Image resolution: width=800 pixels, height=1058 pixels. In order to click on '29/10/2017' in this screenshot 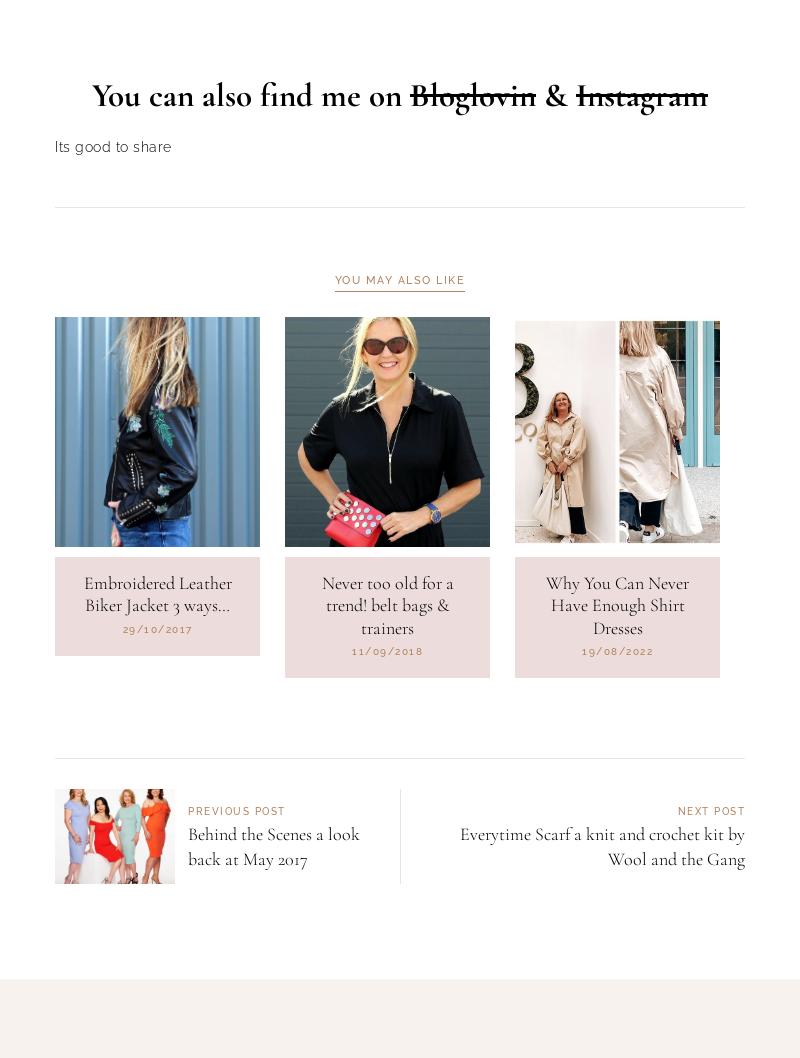, I will do `click(121, 731)`.